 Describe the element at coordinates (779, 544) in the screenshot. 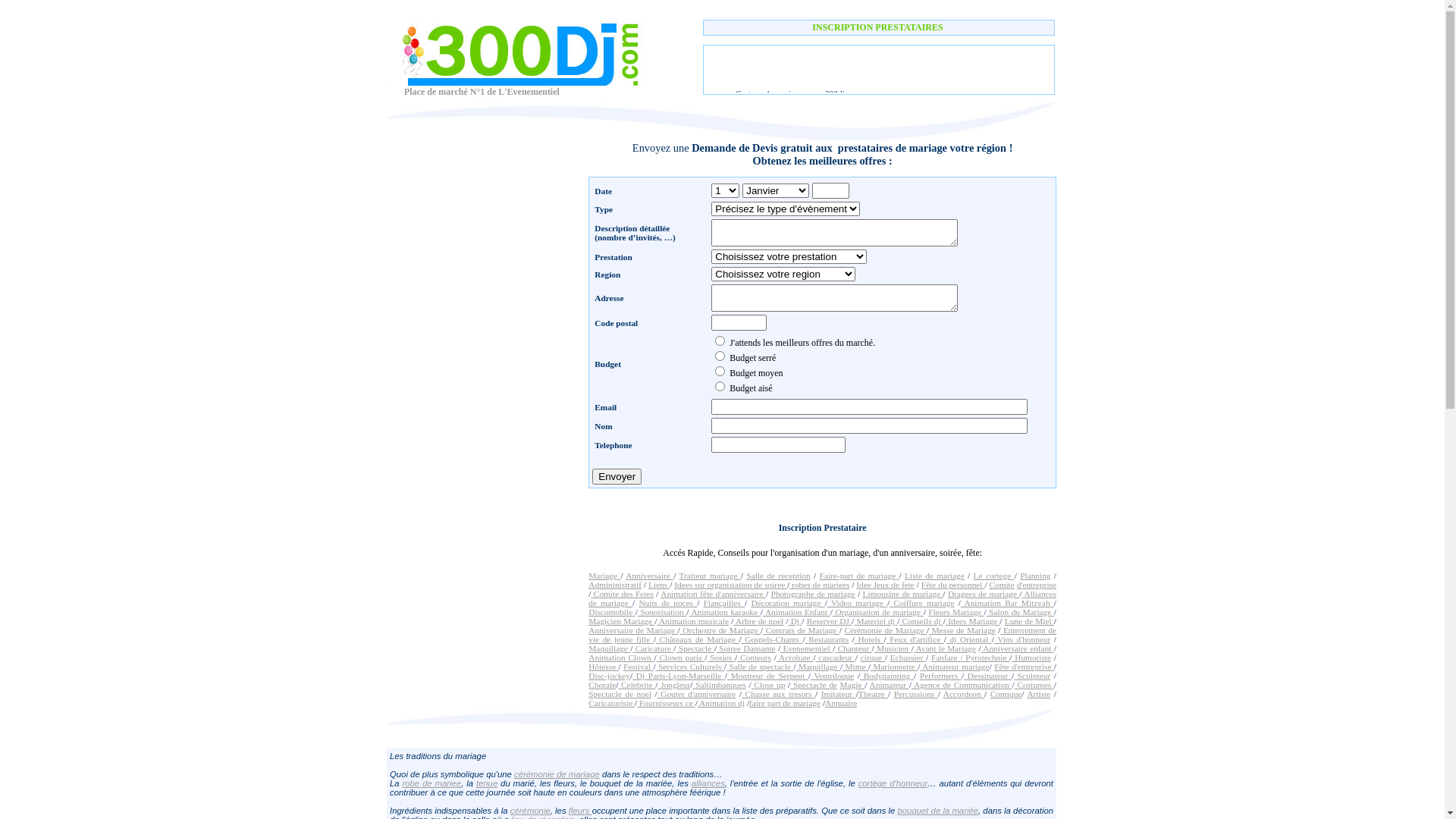

I see `'Inscription Prestataire'` at that location.